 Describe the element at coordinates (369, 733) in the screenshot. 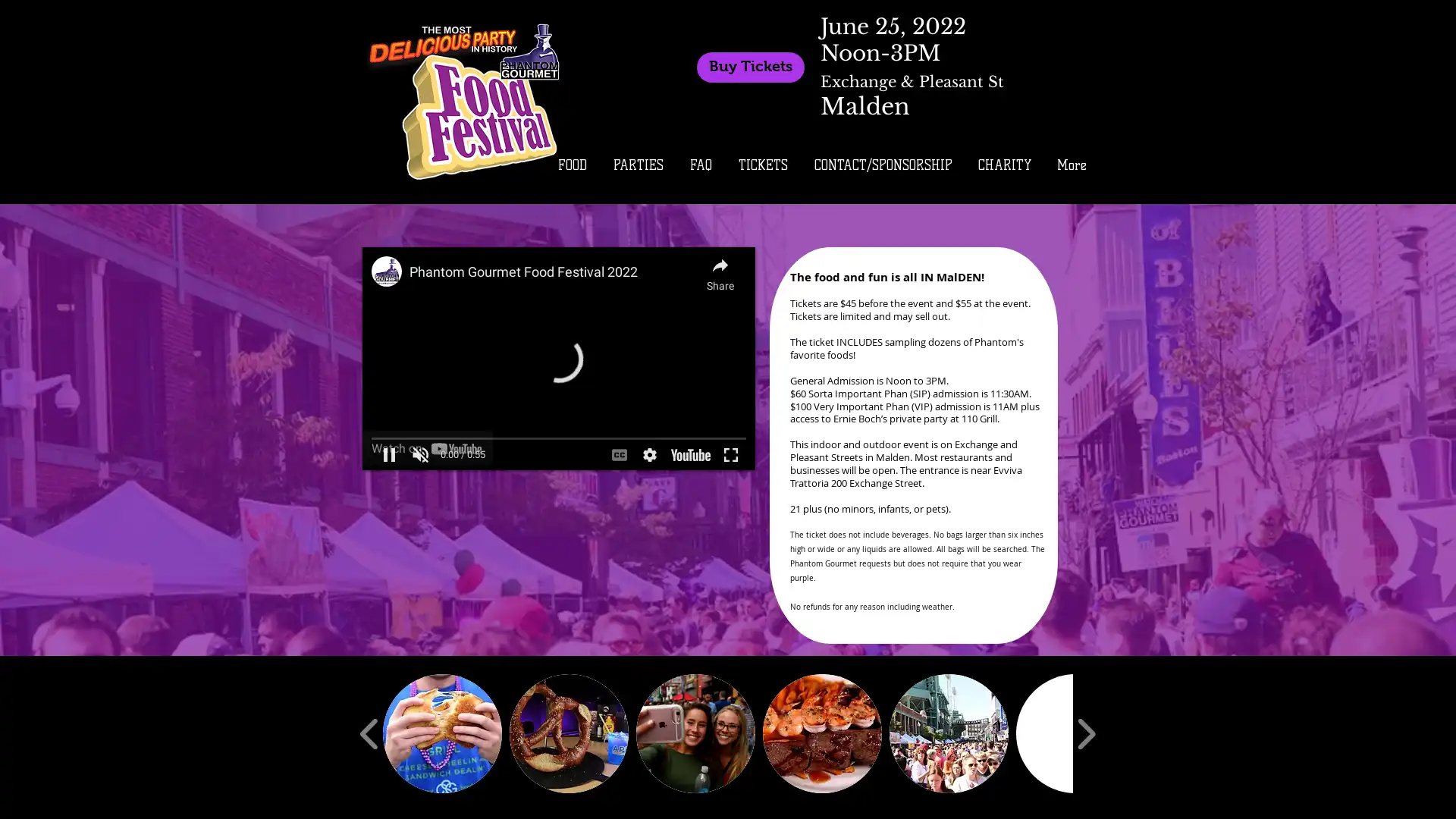

I see `play backward` at that location.